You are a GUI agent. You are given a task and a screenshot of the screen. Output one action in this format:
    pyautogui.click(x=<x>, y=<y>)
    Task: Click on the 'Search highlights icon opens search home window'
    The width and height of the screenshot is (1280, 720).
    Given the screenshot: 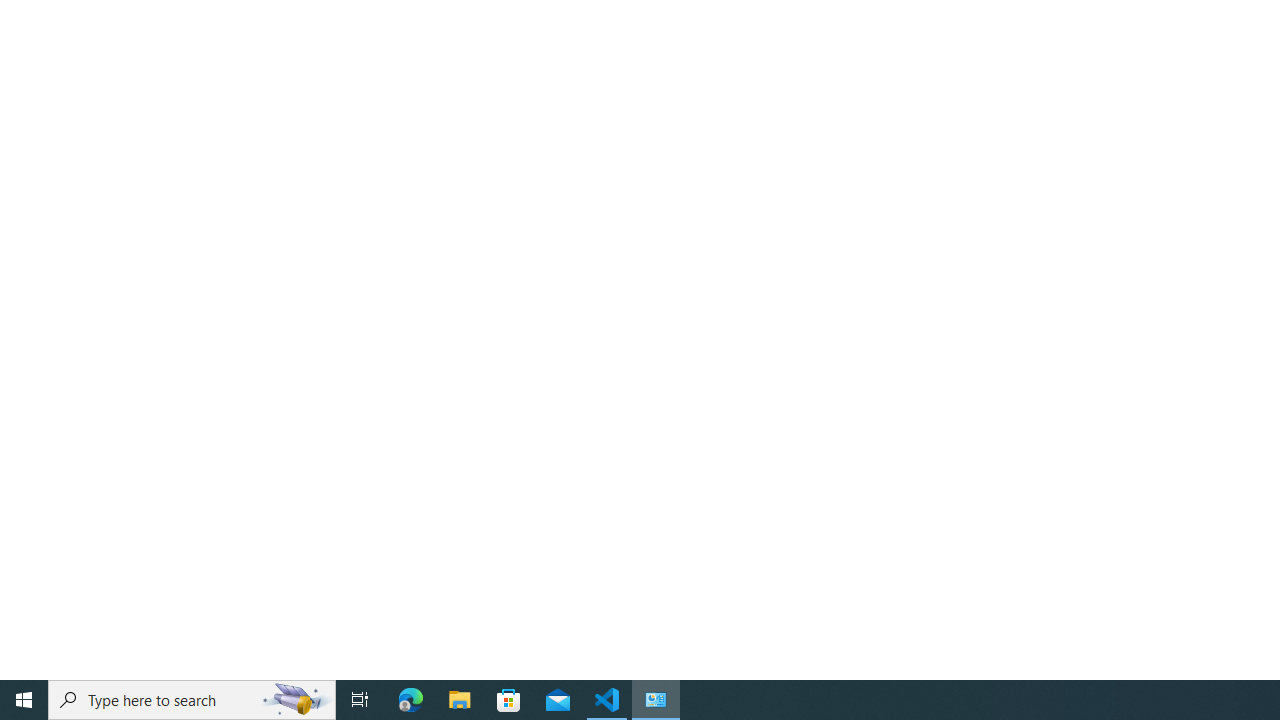 What is the action you would take?
    pyautogui.click(x=294, y=698)
    